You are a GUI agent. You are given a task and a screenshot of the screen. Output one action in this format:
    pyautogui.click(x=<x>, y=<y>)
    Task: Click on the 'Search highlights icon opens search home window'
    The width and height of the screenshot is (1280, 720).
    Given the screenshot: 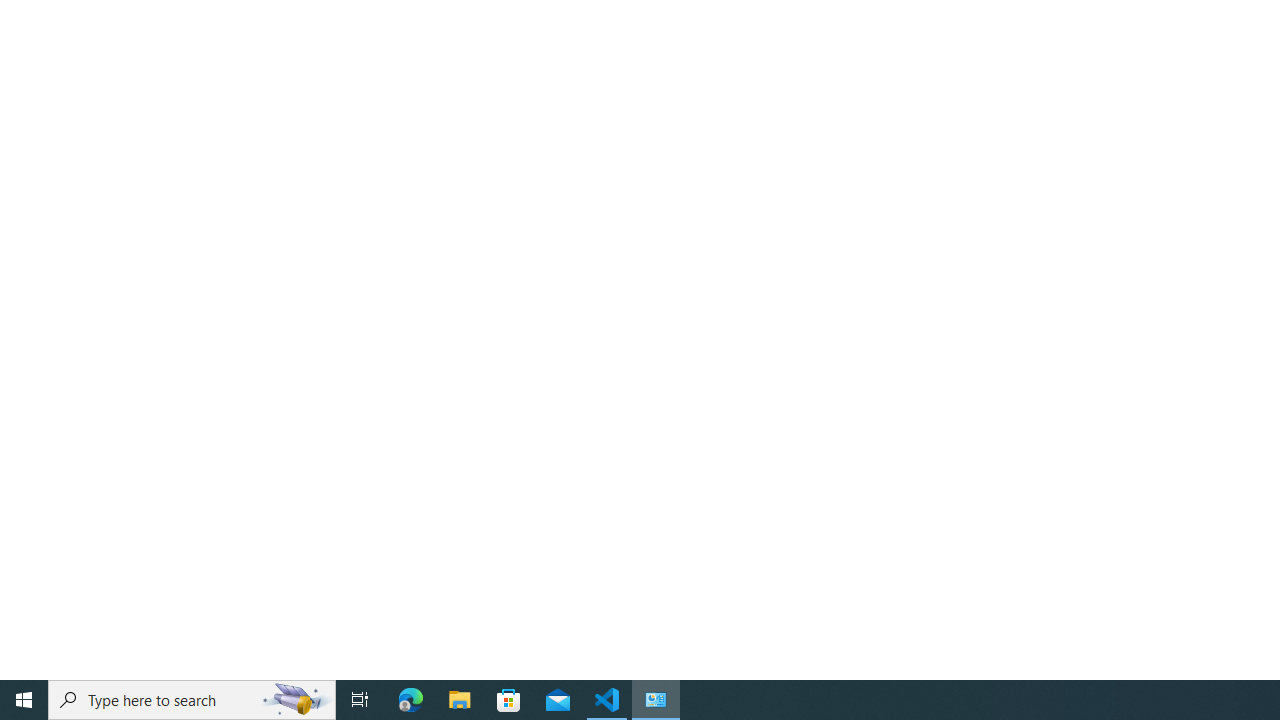 What is the action you would take?
    pyautogui.click(x=294, y=698)
    